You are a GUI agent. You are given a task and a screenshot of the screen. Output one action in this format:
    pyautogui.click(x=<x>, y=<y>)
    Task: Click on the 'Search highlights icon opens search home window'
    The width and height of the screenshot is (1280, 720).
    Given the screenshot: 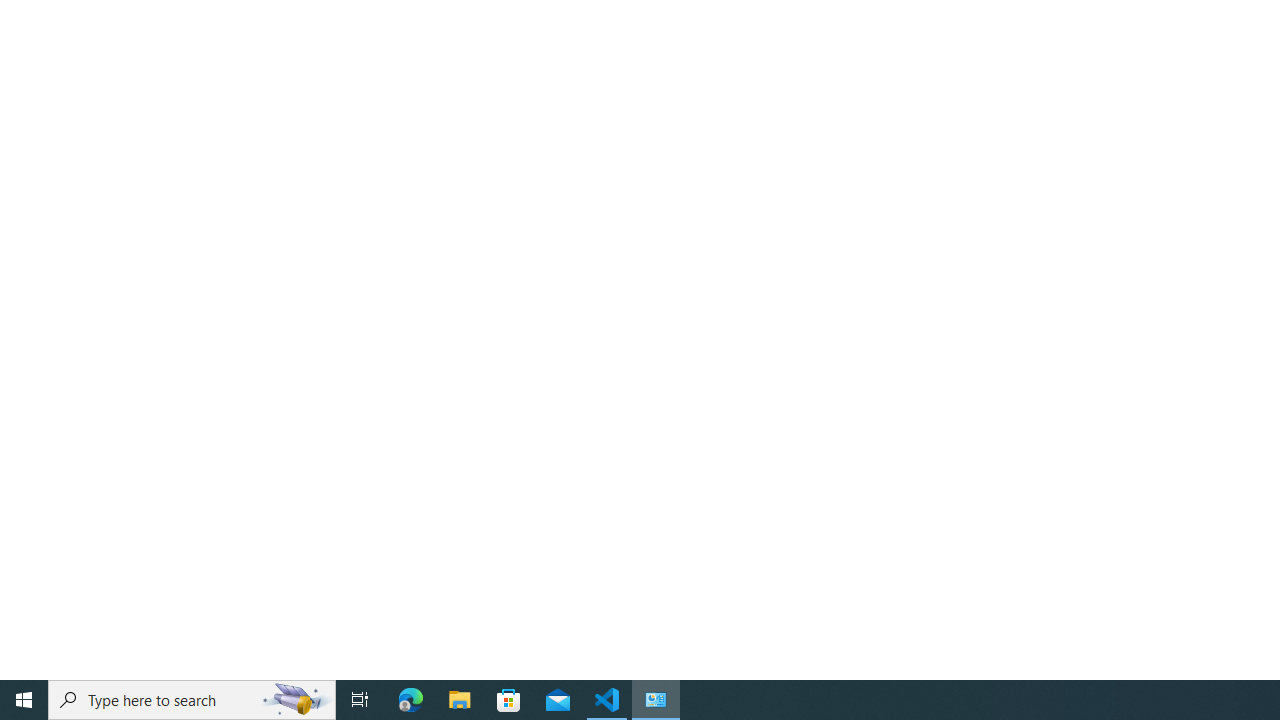 What is the action you would take?
    pyautogui.click(x=294, y=698)
    